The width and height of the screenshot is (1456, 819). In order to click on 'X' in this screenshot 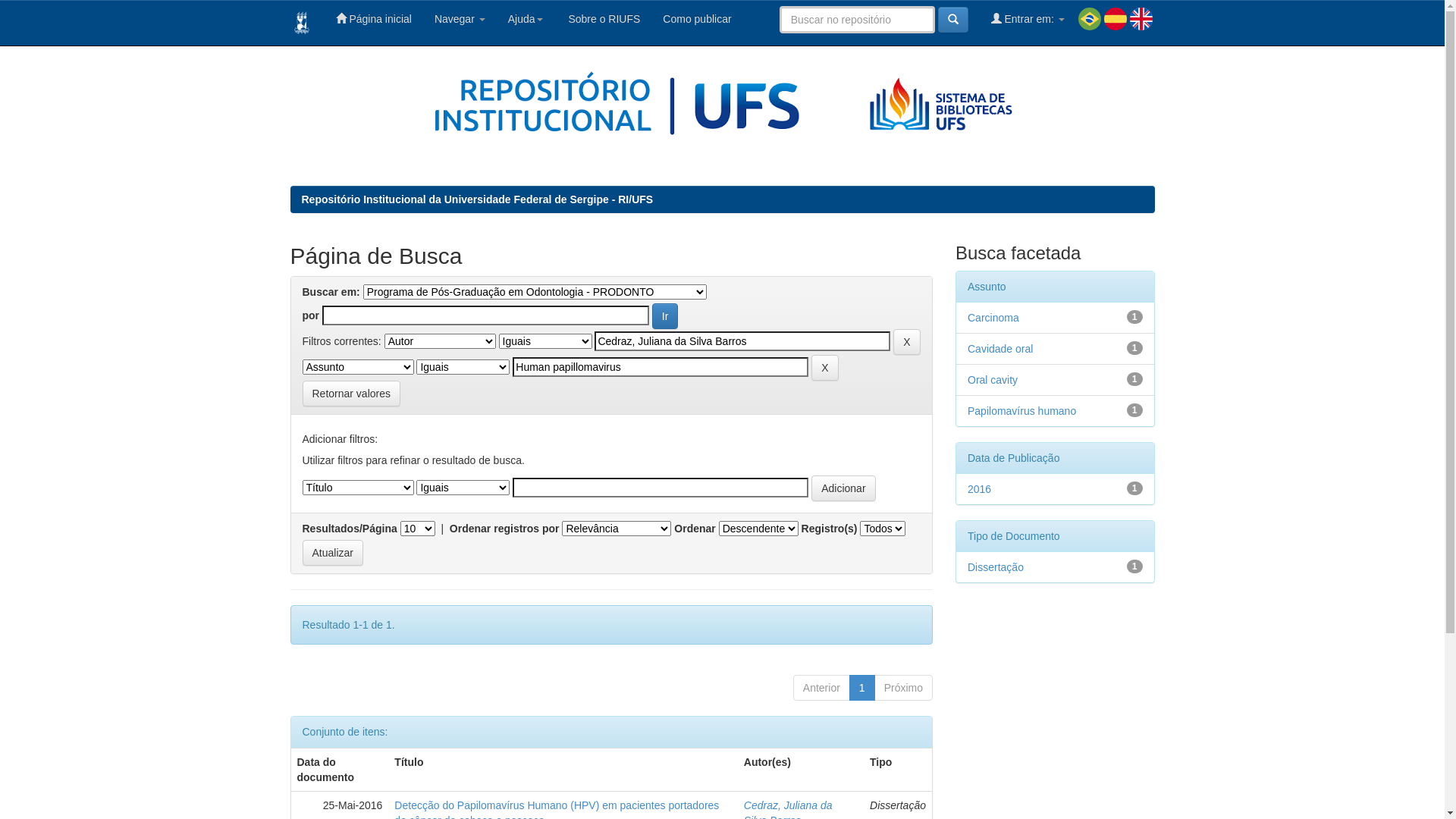, I will do `click(893, 342)`.